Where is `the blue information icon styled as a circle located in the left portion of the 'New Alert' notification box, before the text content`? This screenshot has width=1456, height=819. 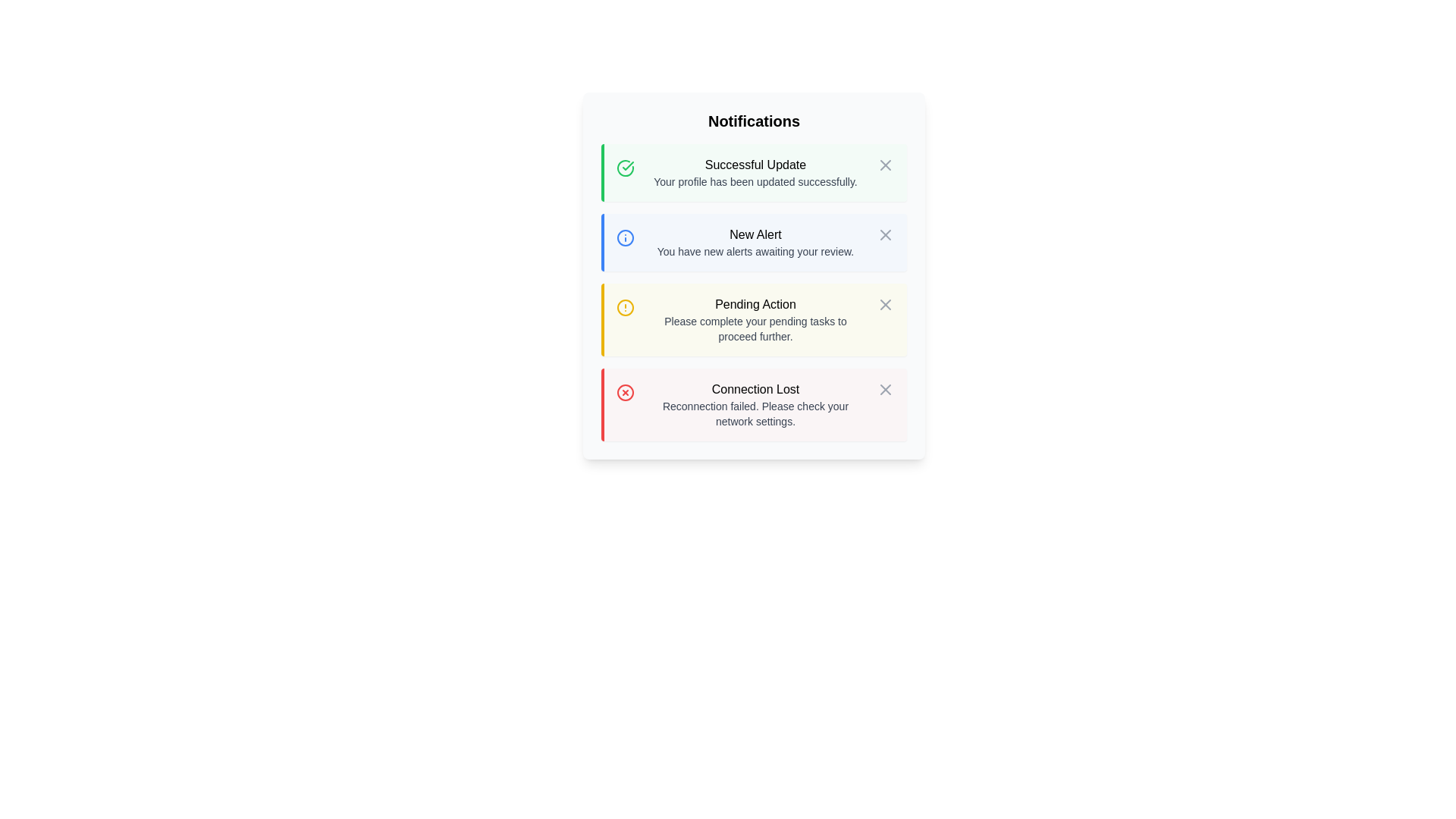 the blue information icon styled as a circle located in the left portion of the 'New Alert' notification box, before the text content is located at coordinates (626, 237).